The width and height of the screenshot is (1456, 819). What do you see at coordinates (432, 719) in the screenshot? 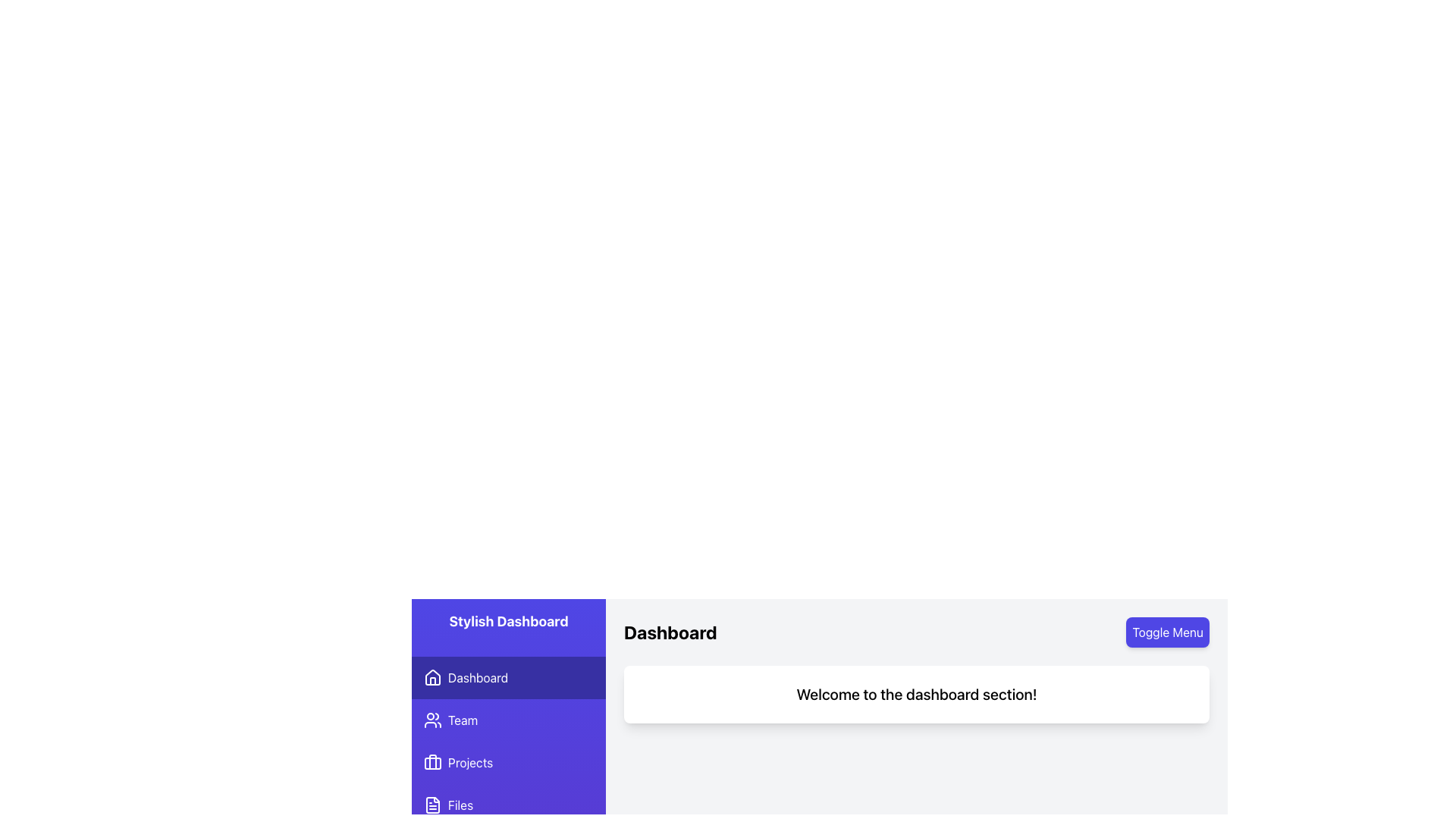
I see `the small icon representing a group of people, located in the vertical sidebar menu next to the 'Team' label` at bounding box center [432, 719].